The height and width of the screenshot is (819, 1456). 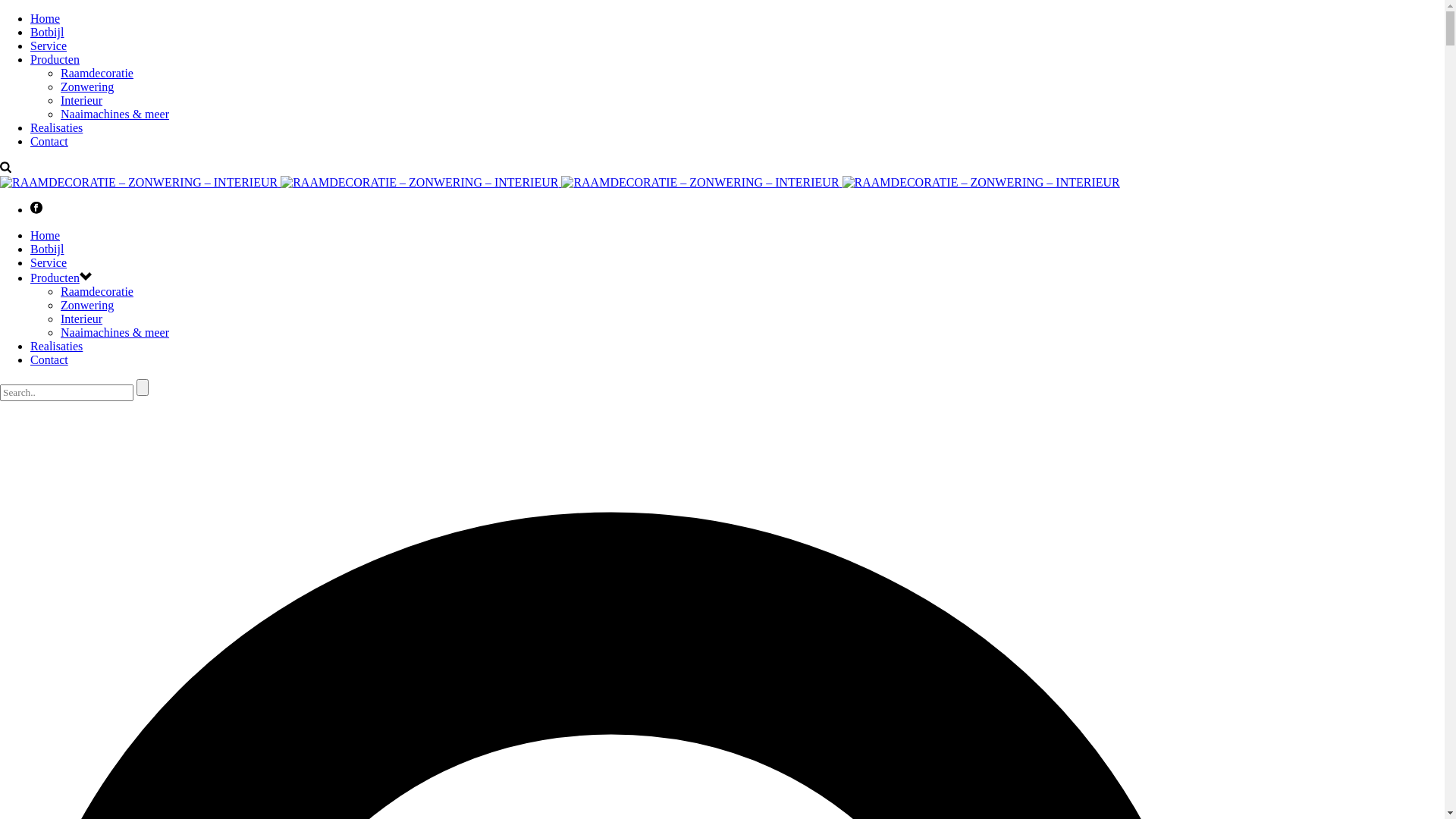 What do you see at coordinates (56, 346) in the screenshot?
I see `'Realisaties'` at bounding box center [56, 346].